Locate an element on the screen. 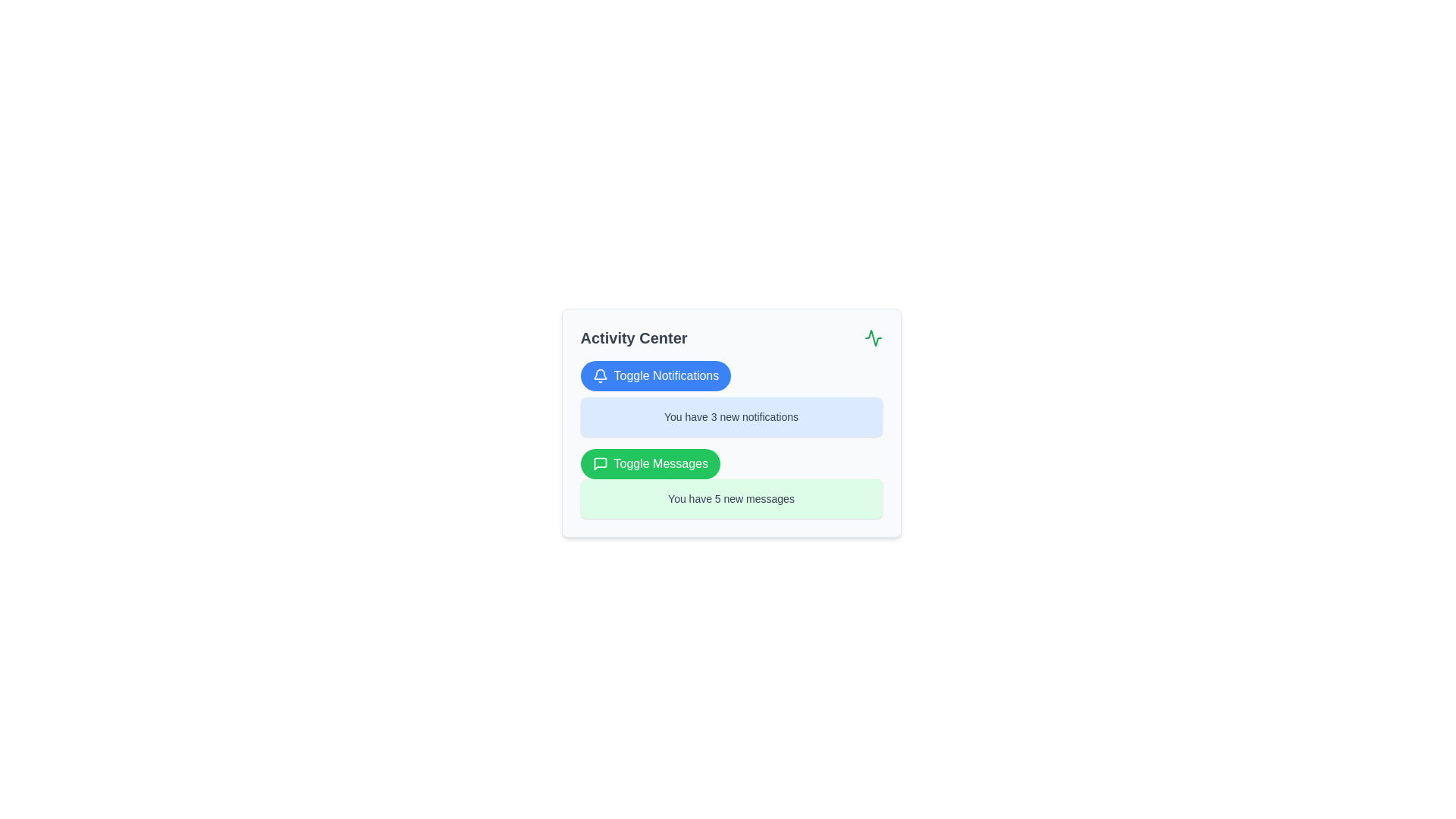  informational message text displayed in the green notification box, located below the 'Toggle Messages' button in the lower portion of the main Activity Center panel is located at coordinates (731, 499).